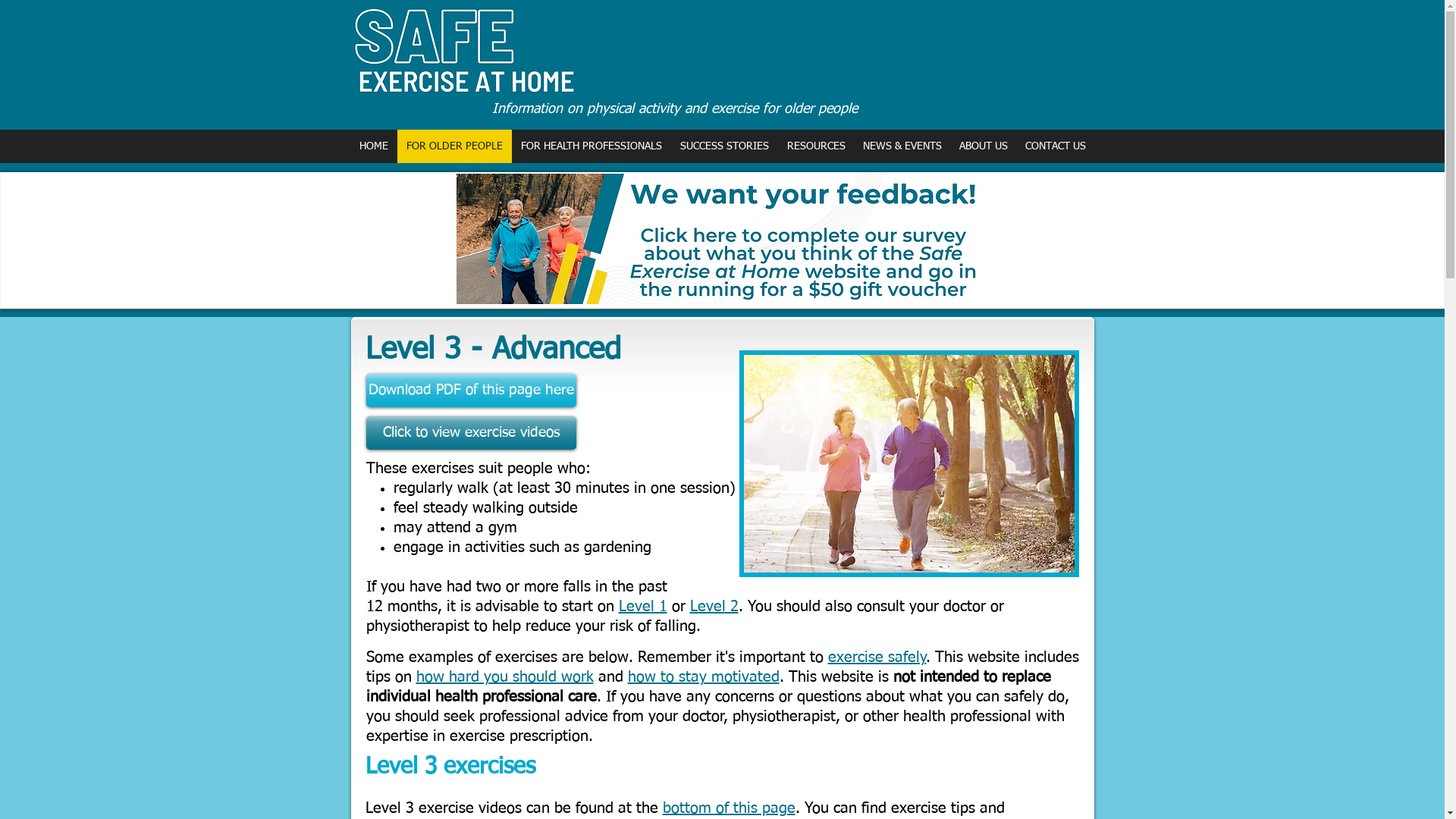 The width and height of the screenshot is (1456, 819). What do you see at coordinates (827, 657) in the screenshot?
I see `'exercise safely'` at bounding box center [827, 657].